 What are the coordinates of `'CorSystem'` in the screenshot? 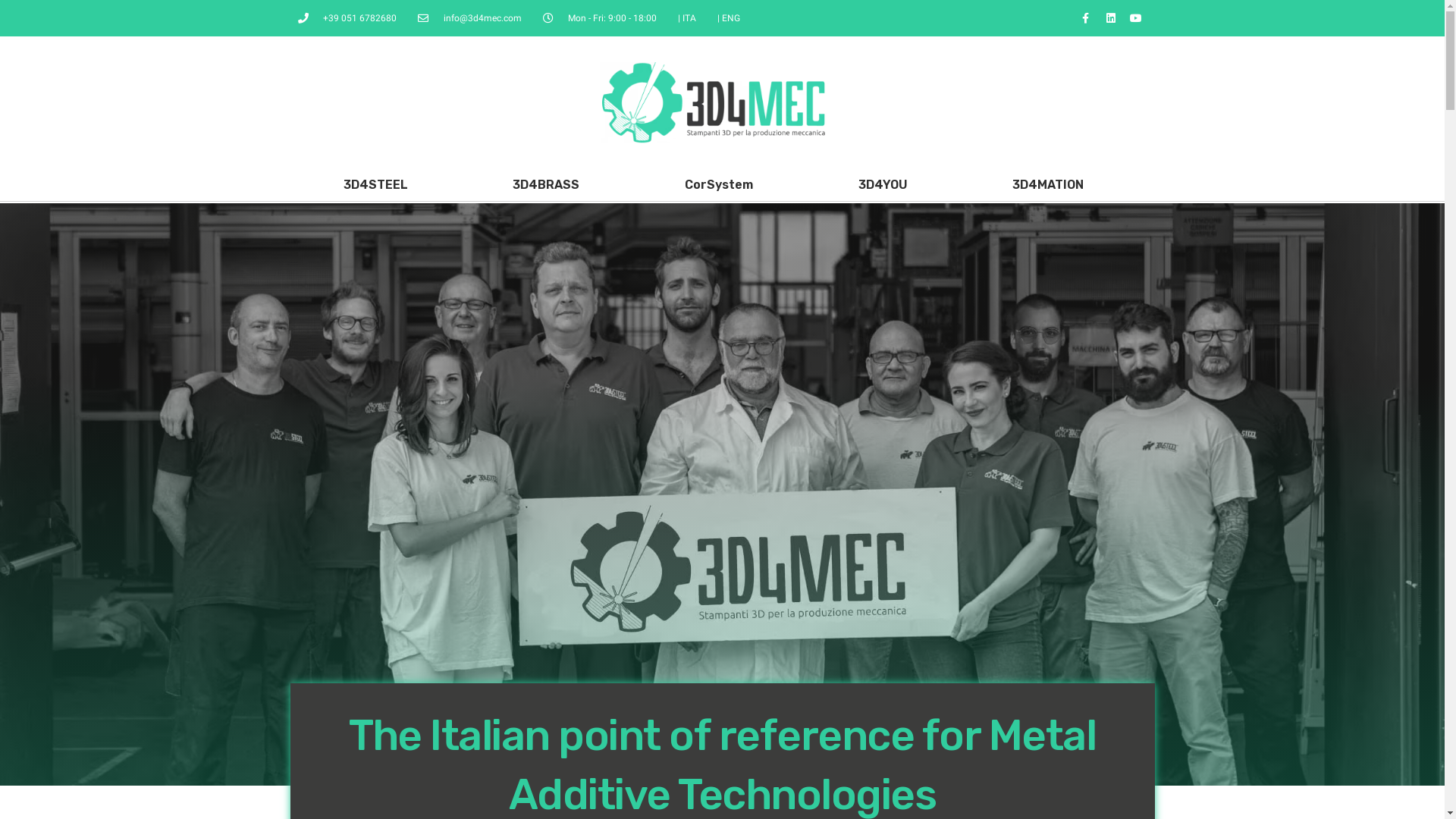 It's located at (718, 184).